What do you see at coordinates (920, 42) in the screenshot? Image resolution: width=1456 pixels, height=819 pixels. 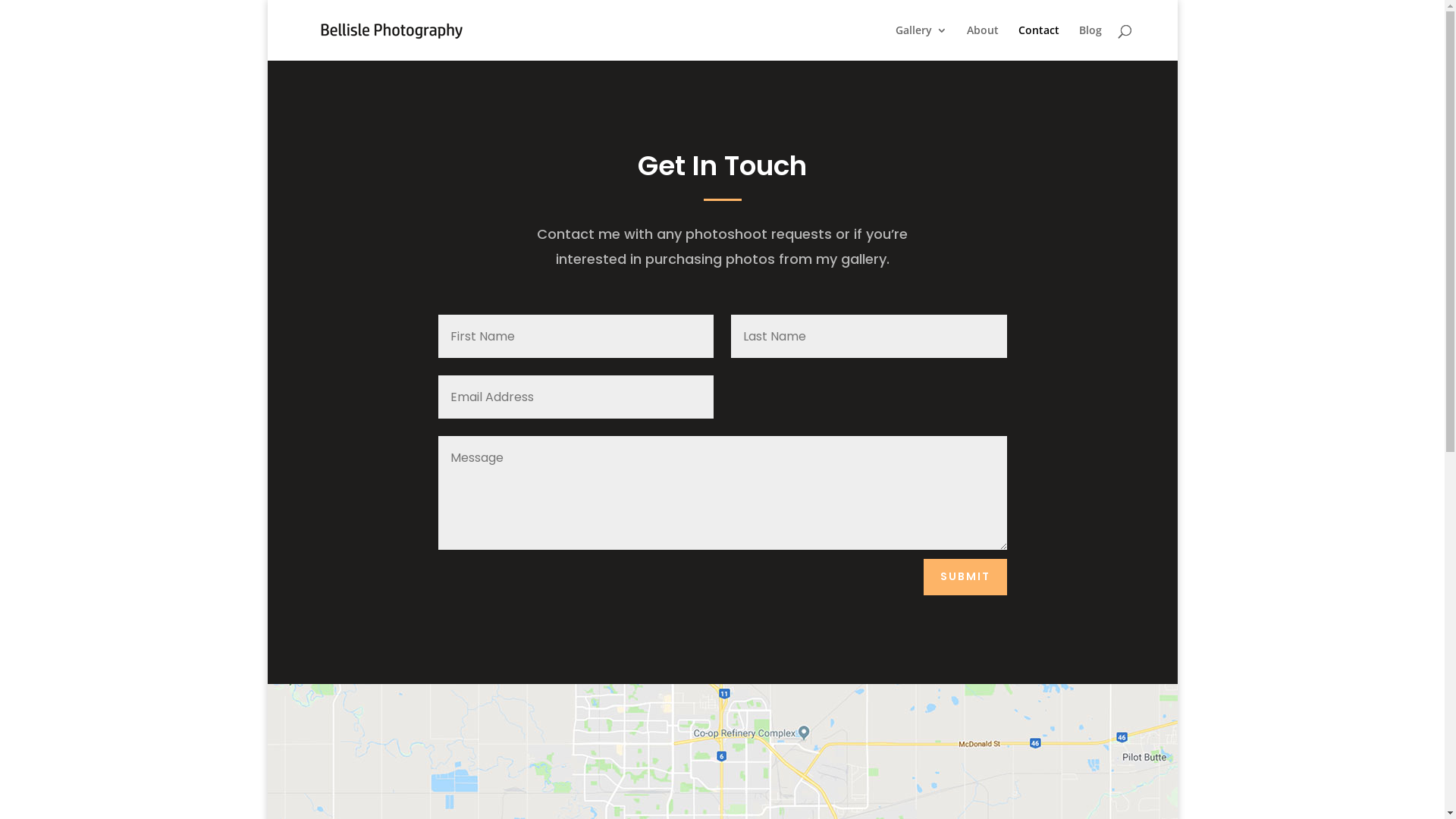 I see `'Gallery'` at bounding box center [920, 42].